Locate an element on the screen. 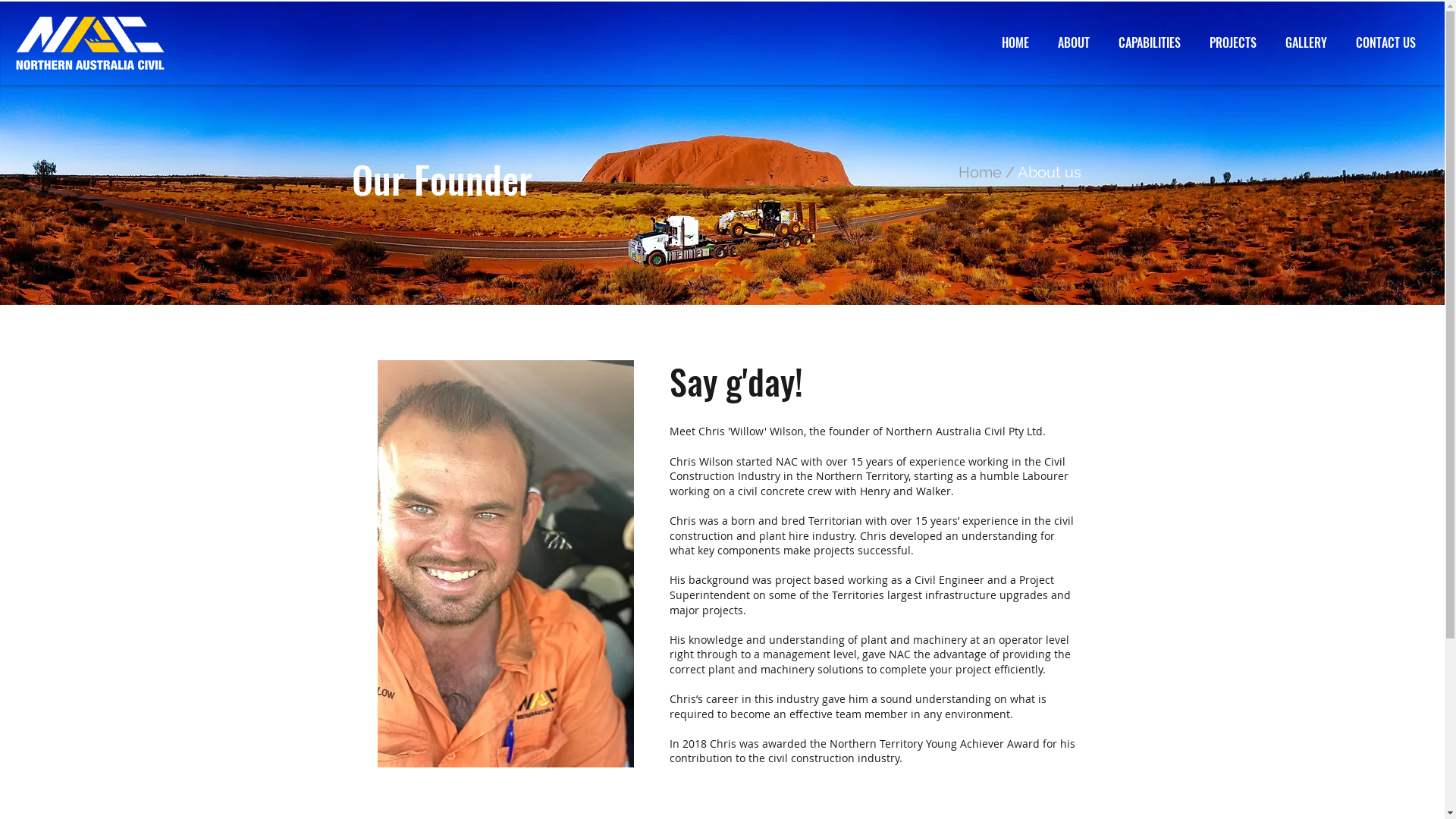 Image resolution: width=1456 pixels, height=819 pixels. 'CONTACT US' is located at coordinates (1340, 42).